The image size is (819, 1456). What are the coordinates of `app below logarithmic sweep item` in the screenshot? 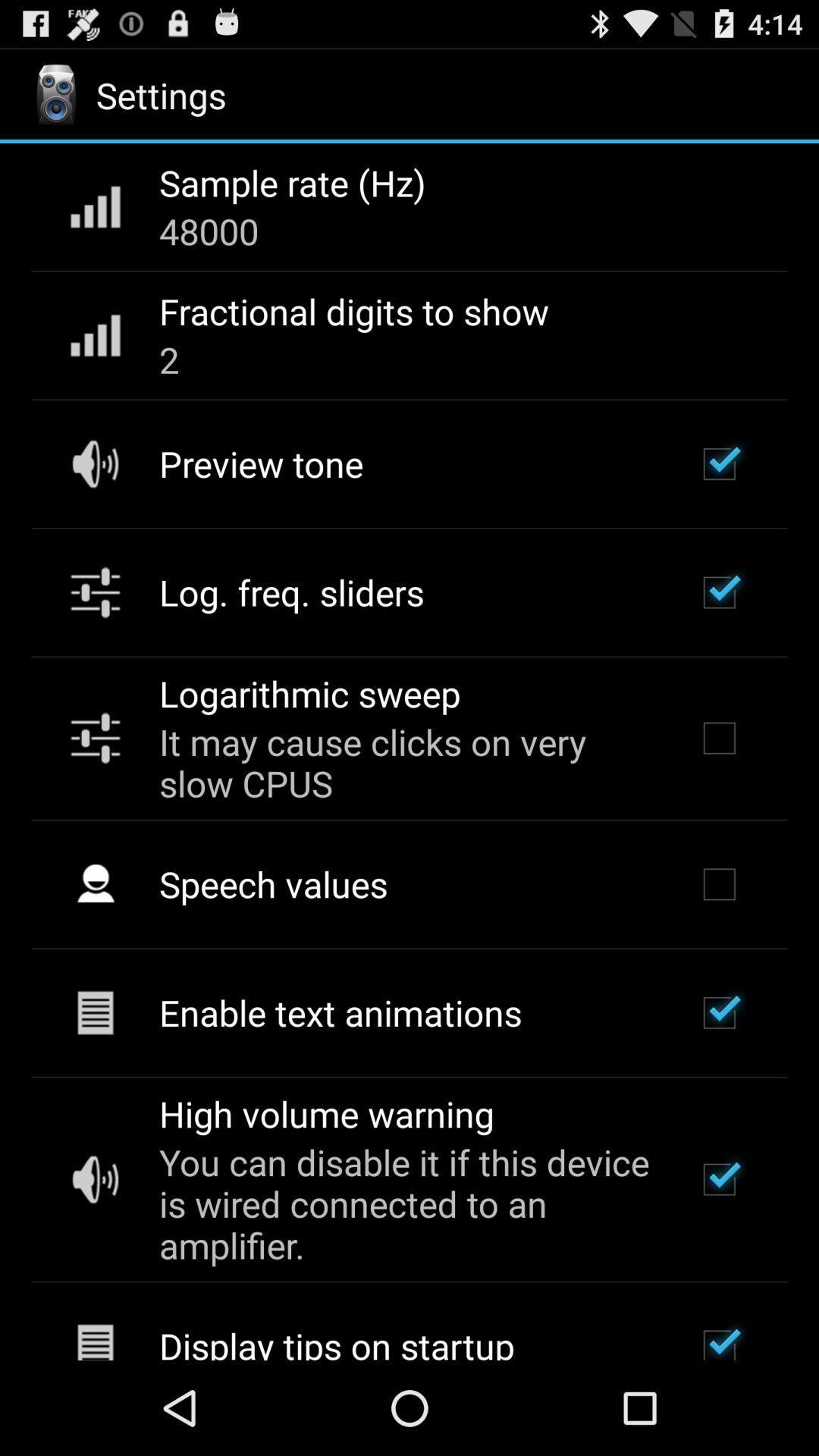 It's located at (406, 762).